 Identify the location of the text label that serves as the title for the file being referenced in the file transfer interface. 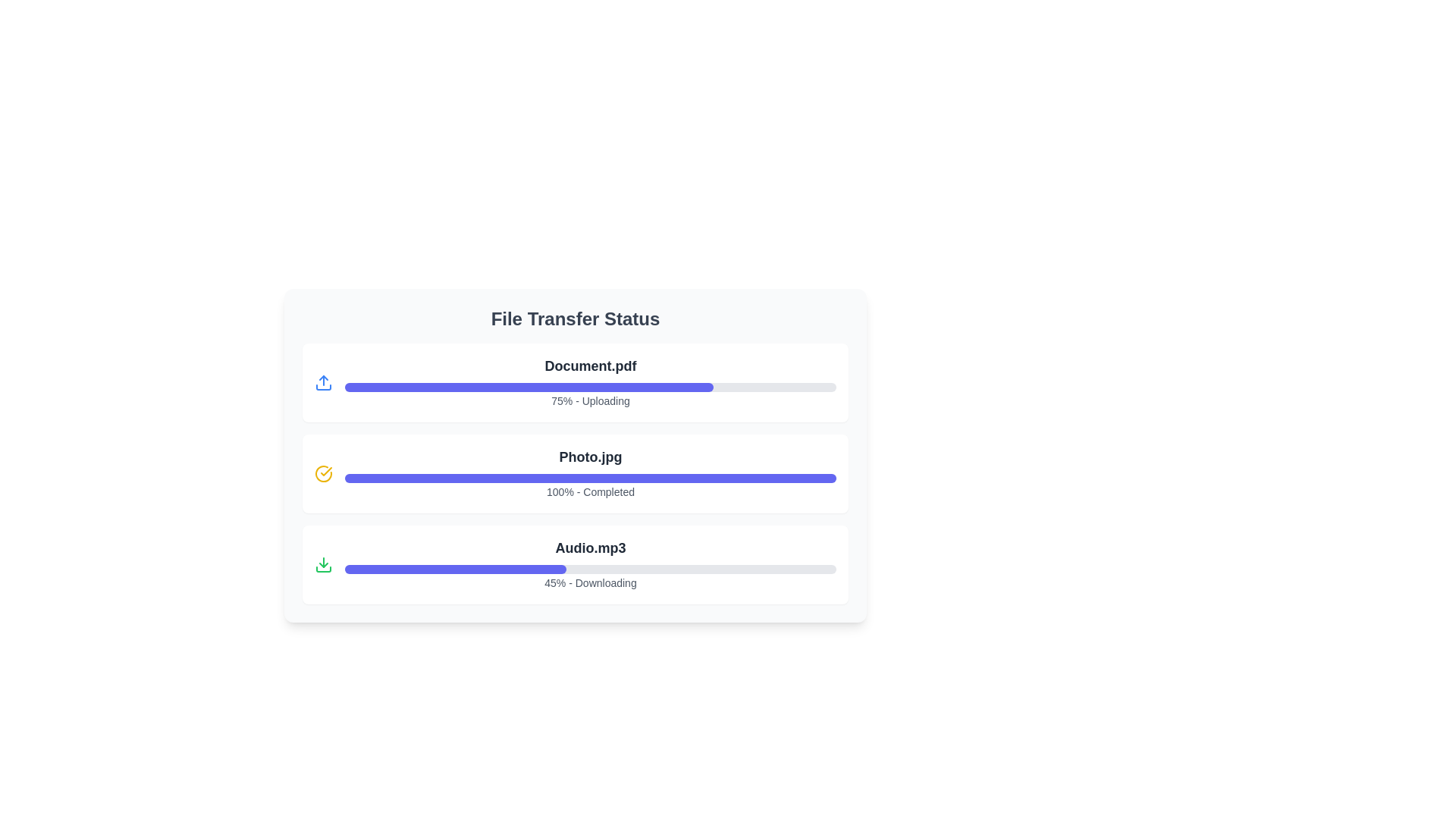
(589, 366).